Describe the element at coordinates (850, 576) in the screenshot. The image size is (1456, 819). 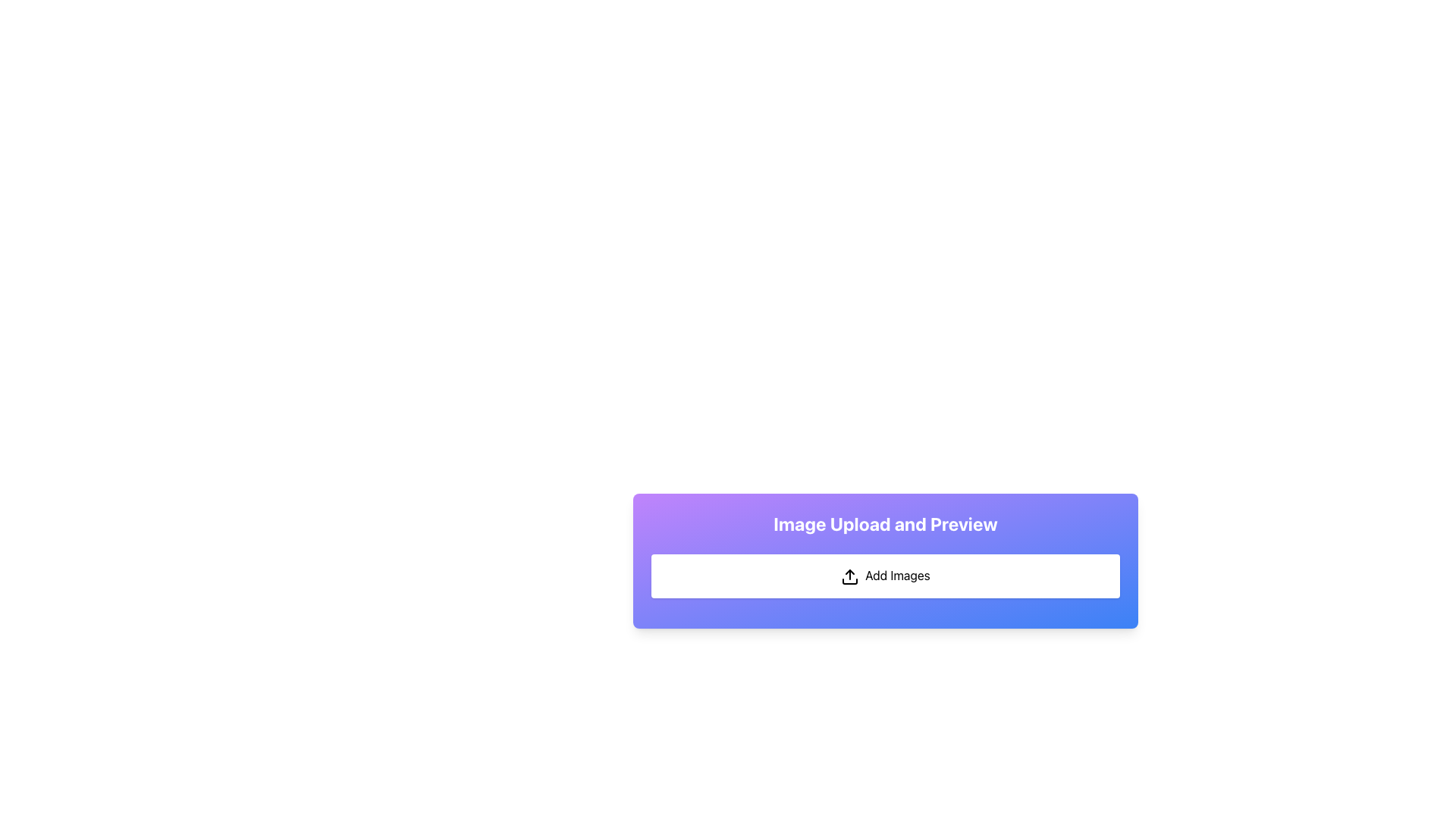
I see `the upload icon located to the left of the 'Add Images' text inside the rounded rectangular button` at that location.